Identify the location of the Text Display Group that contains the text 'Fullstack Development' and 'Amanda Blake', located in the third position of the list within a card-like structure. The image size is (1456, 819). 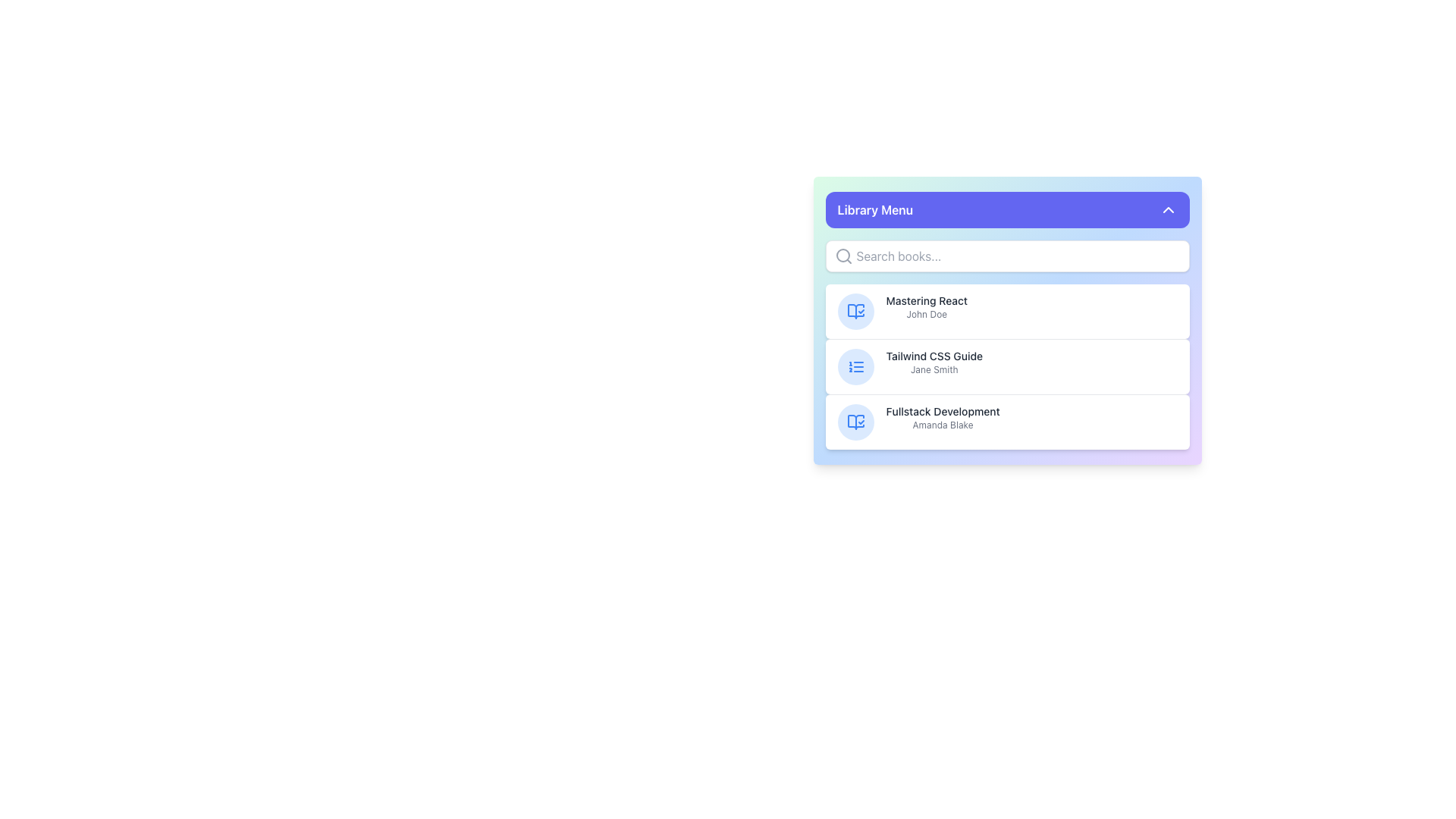
(942, 418).